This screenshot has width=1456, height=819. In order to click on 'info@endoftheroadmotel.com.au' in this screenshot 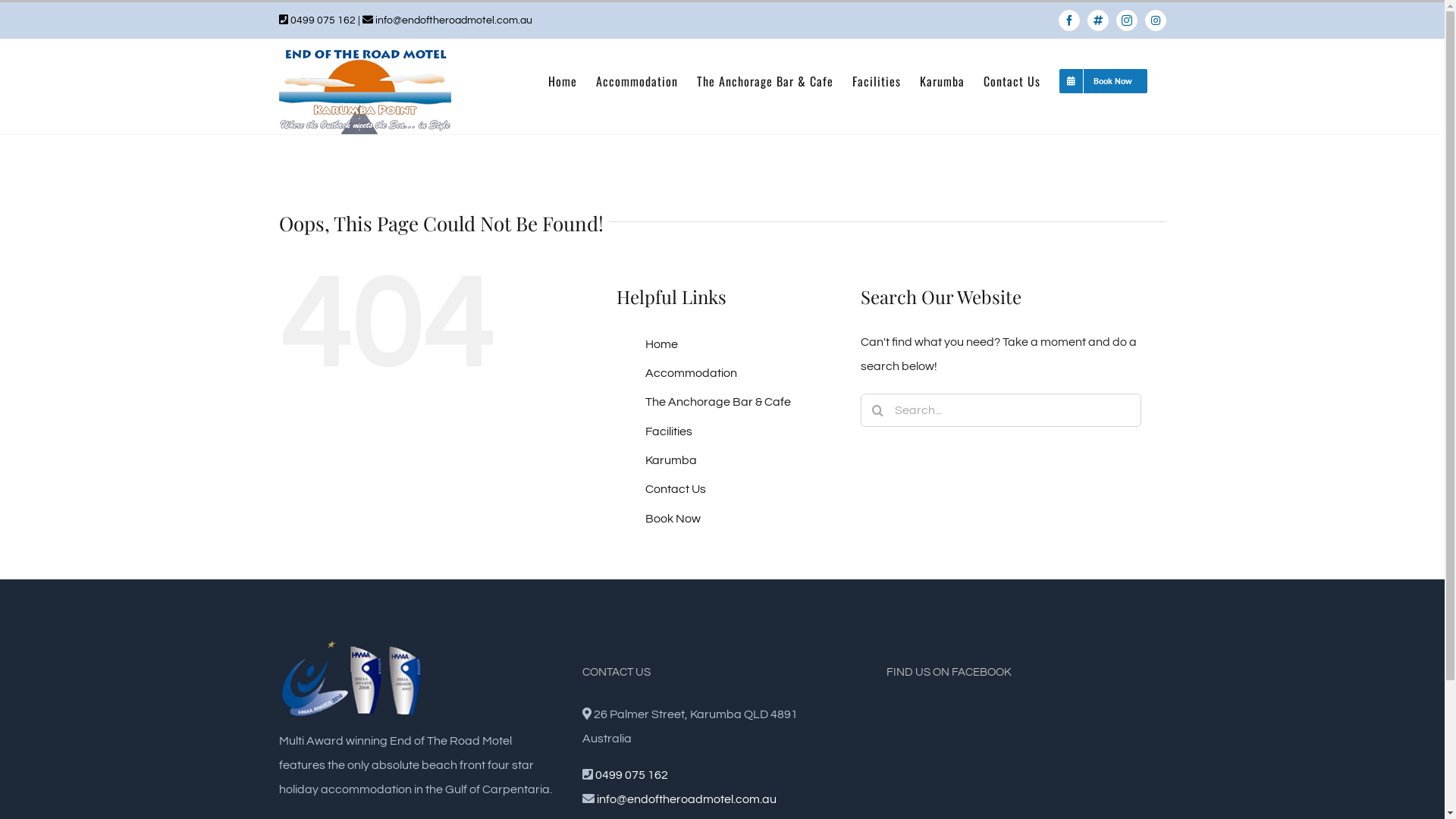, I will do `click(452, 20)`.